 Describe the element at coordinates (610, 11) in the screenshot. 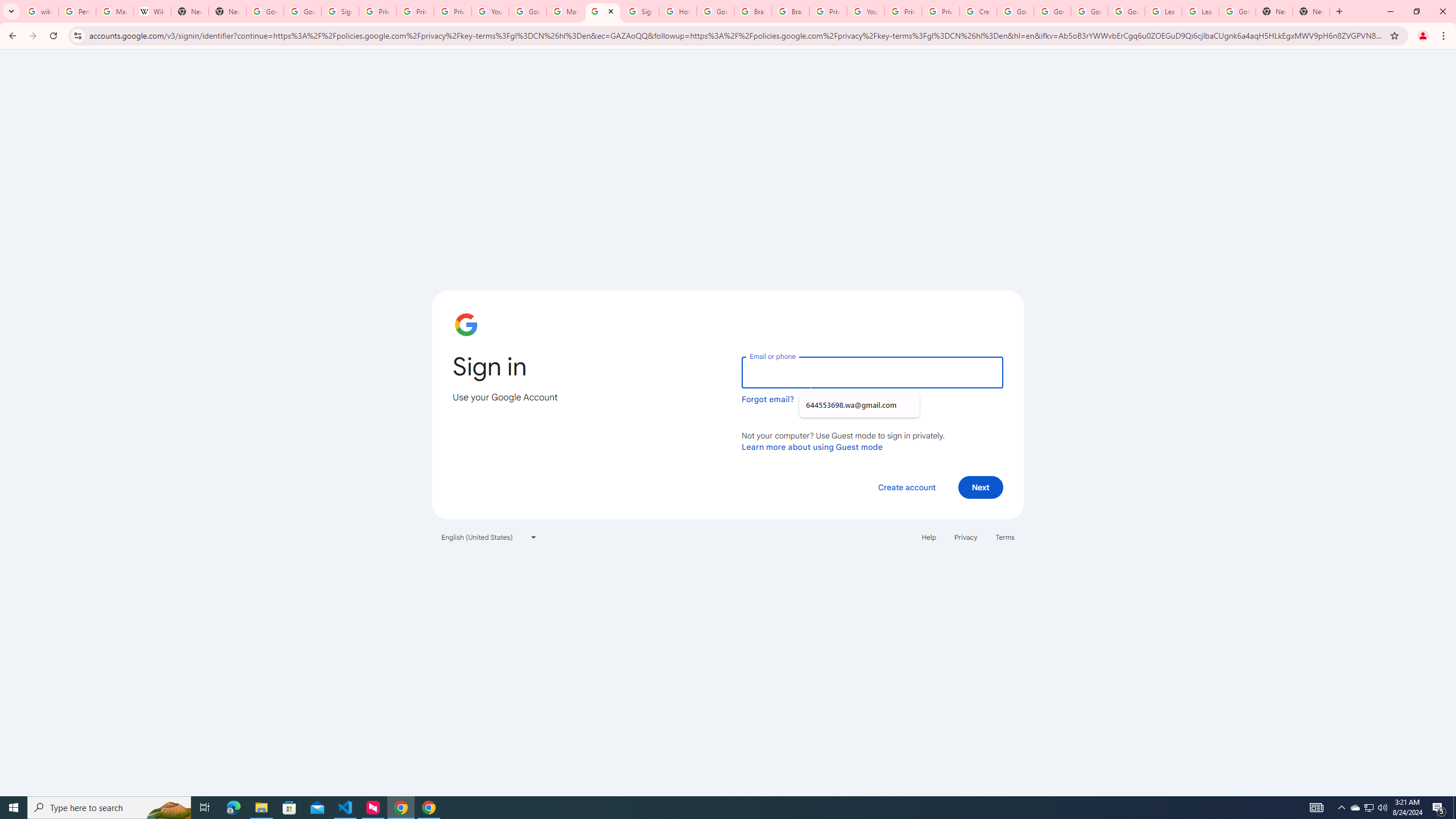

I see `'Close'` at that location.